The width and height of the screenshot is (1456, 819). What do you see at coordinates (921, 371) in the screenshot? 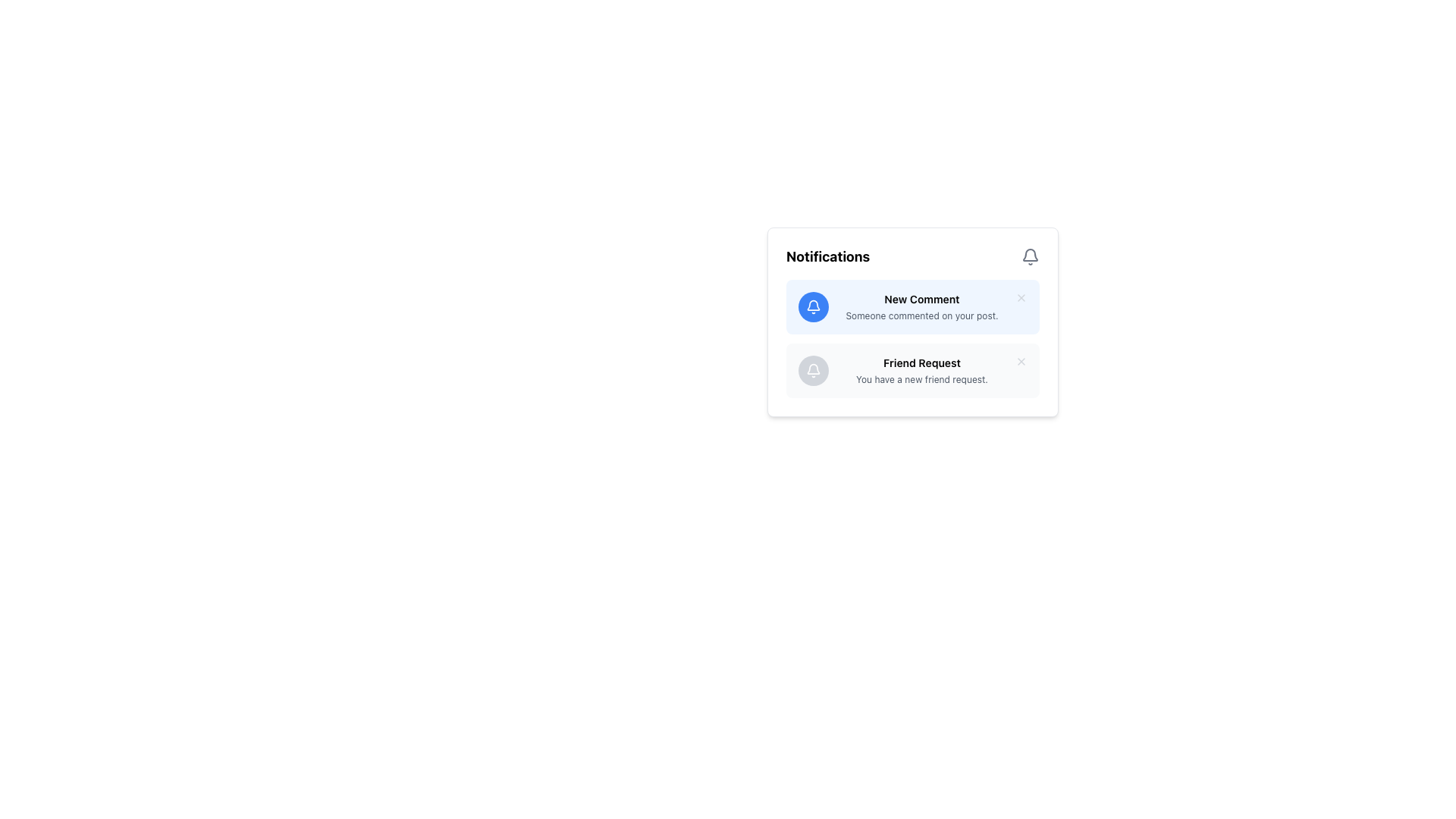
I see `the contextual controls of the second notification item titled 'Friend Request', which displays a bold title and a description about a new friend request` at bounding box center [921, 371].